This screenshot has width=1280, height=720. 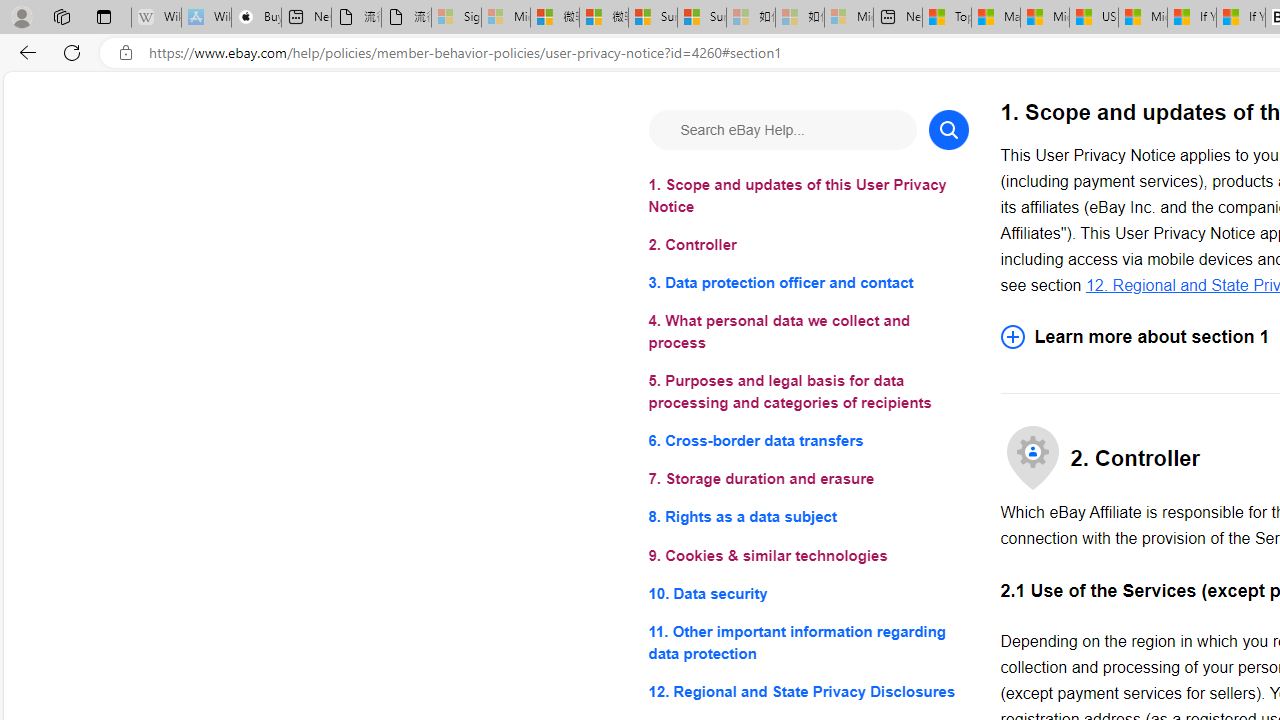 What do you see at coordinates (808, 642) in the screenshot?
I see `'11. Other important information regarding data protection'` at bounding box center [808, 642].